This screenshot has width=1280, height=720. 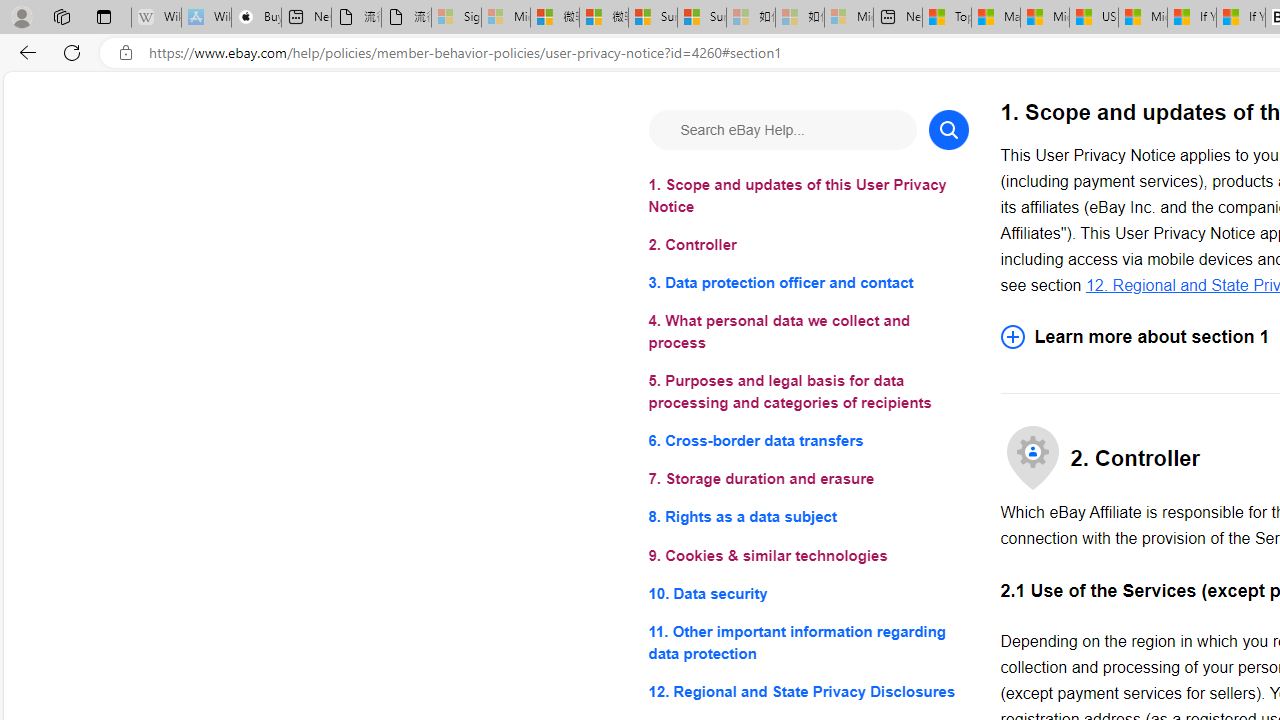 What do you see at coordinates (808, 642) in the screenshot?
I see `'11. Other important information regarding data protection'` at bounding box center [808, 642].